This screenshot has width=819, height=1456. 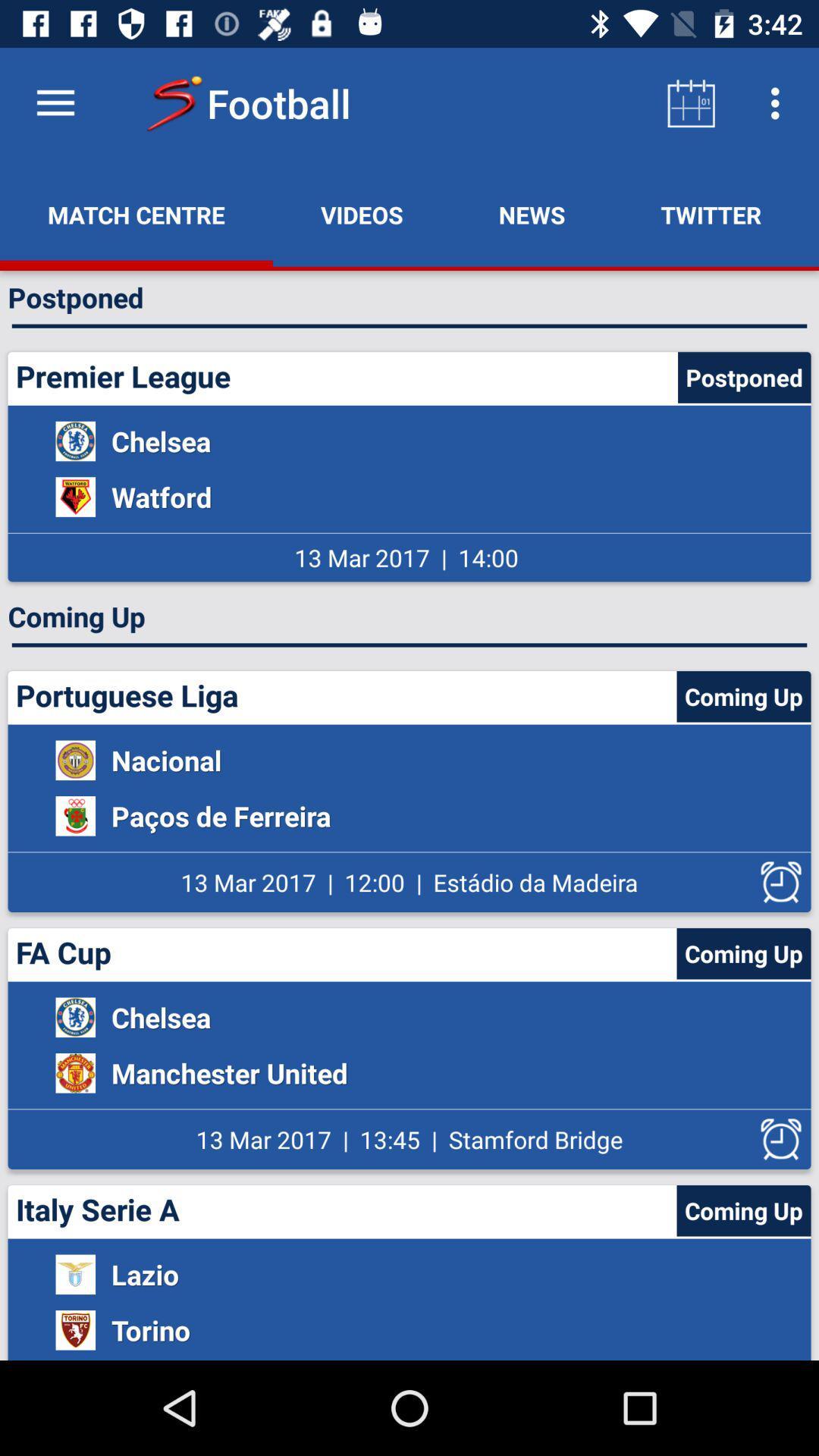 I want to click on the item next to news item, so click(x=362, y=214).